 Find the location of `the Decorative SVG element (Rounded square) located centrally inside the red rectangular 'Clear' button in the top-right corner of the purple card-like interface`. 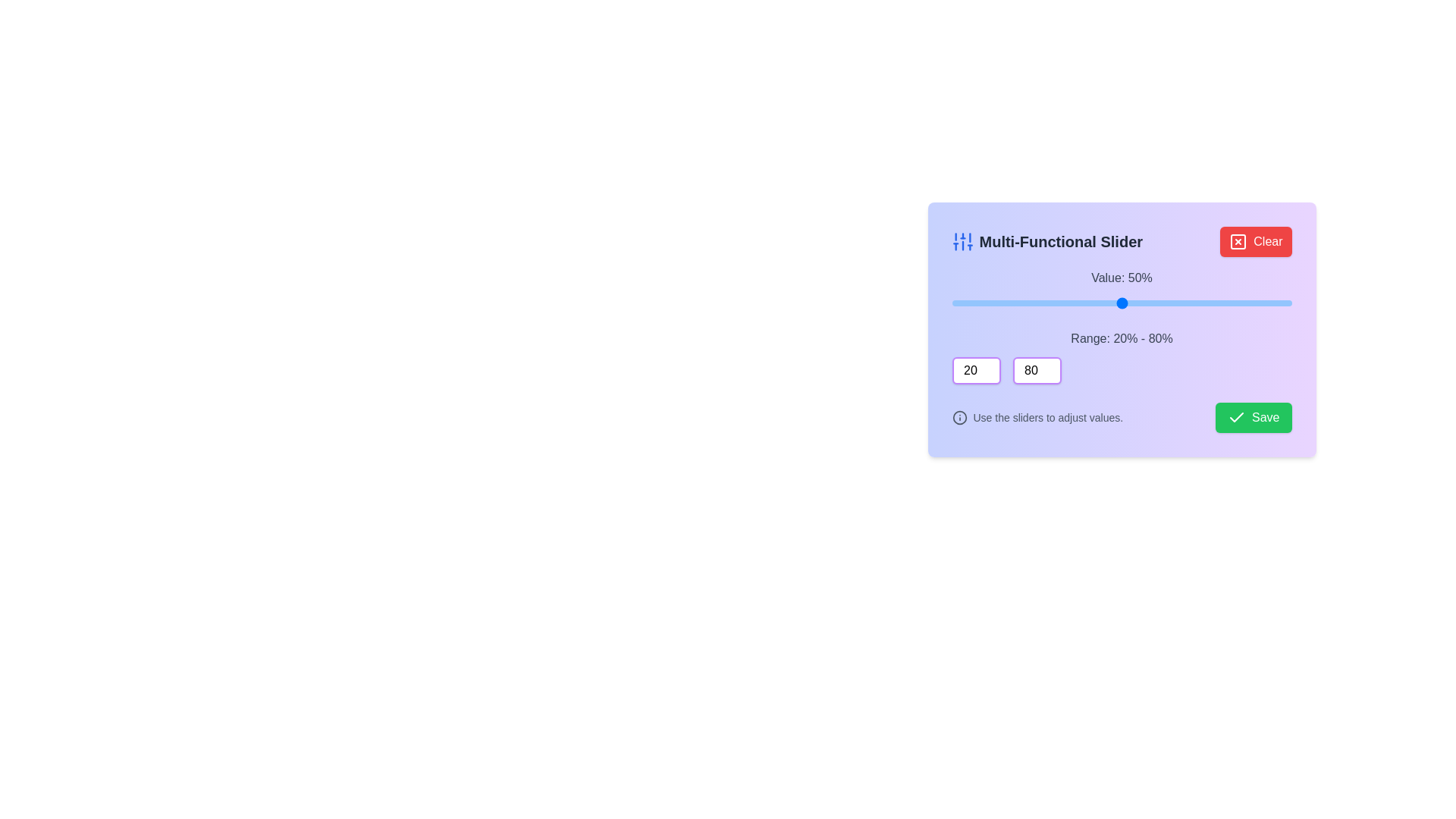

the Decorative SVG element (Rounded square) located centrally inside the red rectangular 'Clear' button in the top-right corner of the purple card-like interface is located at coordinates (1238, 241).